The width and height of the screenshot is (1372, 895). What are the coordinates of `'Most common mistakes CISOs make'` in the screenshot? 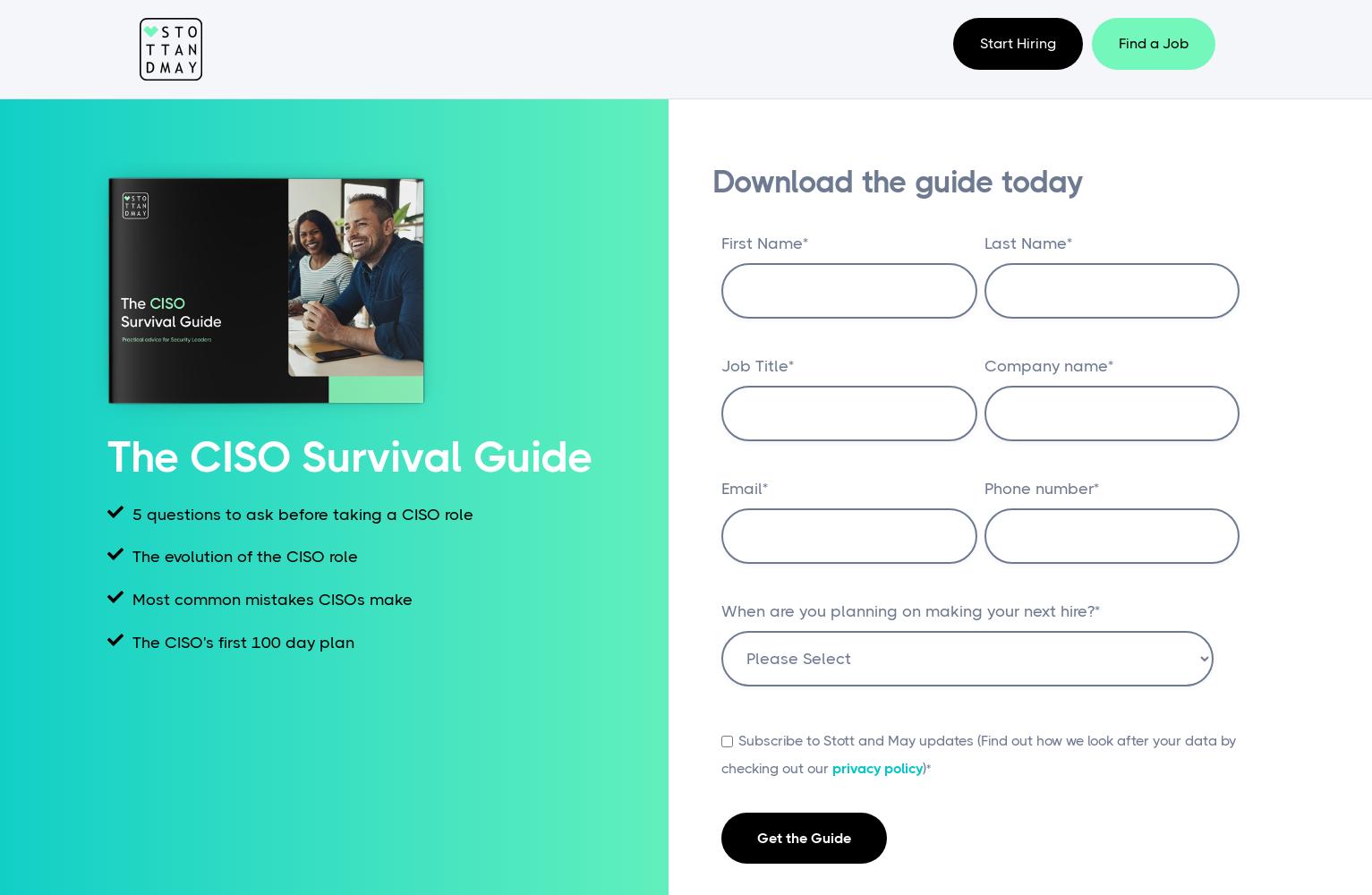 It's located at (268, 600).